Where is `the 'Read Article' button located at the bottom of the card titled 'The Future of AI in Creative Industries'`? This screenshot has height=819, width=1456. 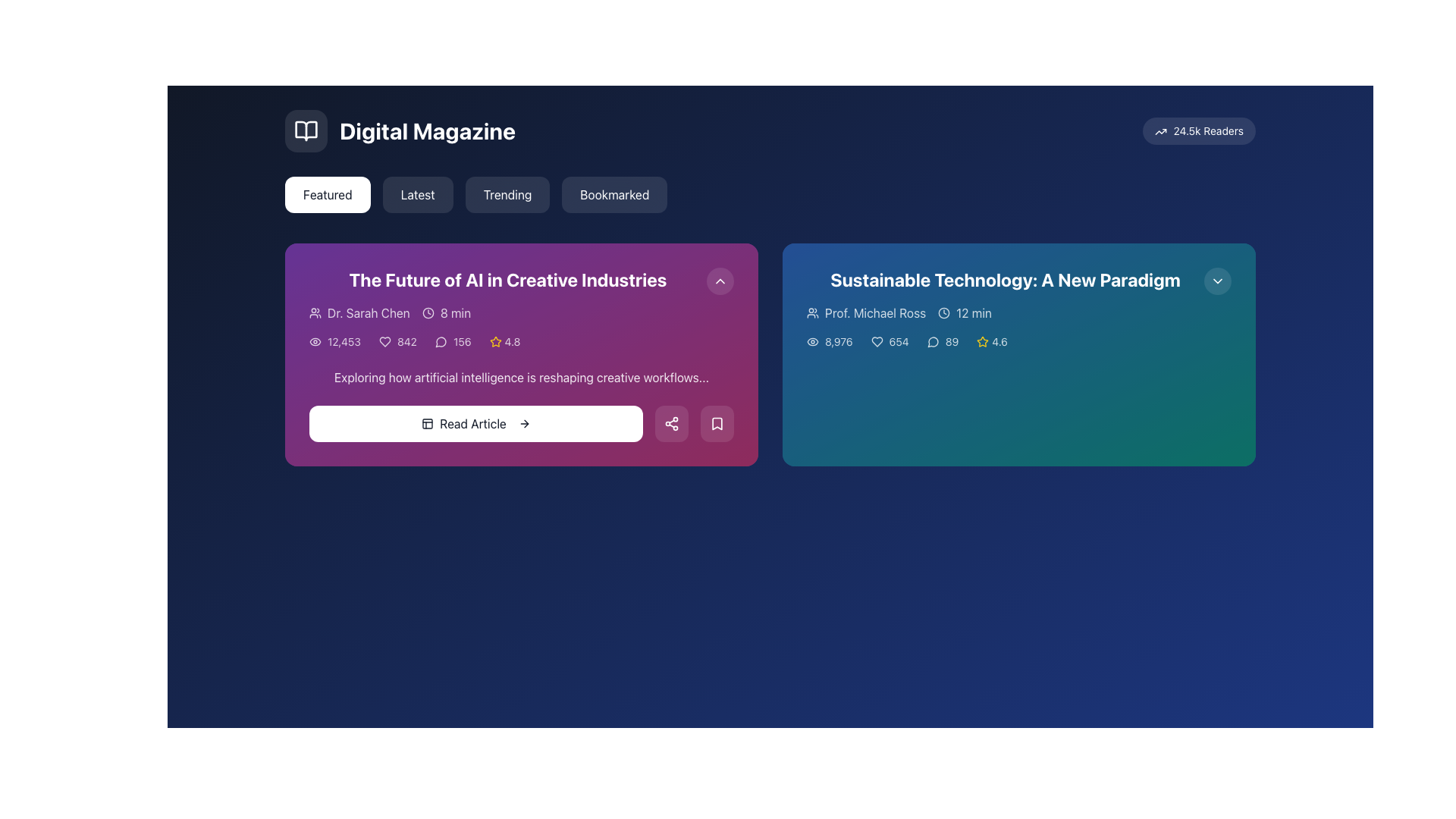
the 'Read Article' button located at the bottom of the card titled 'The Future of AI in Creative Industries' is located at coordinates (521, 424).